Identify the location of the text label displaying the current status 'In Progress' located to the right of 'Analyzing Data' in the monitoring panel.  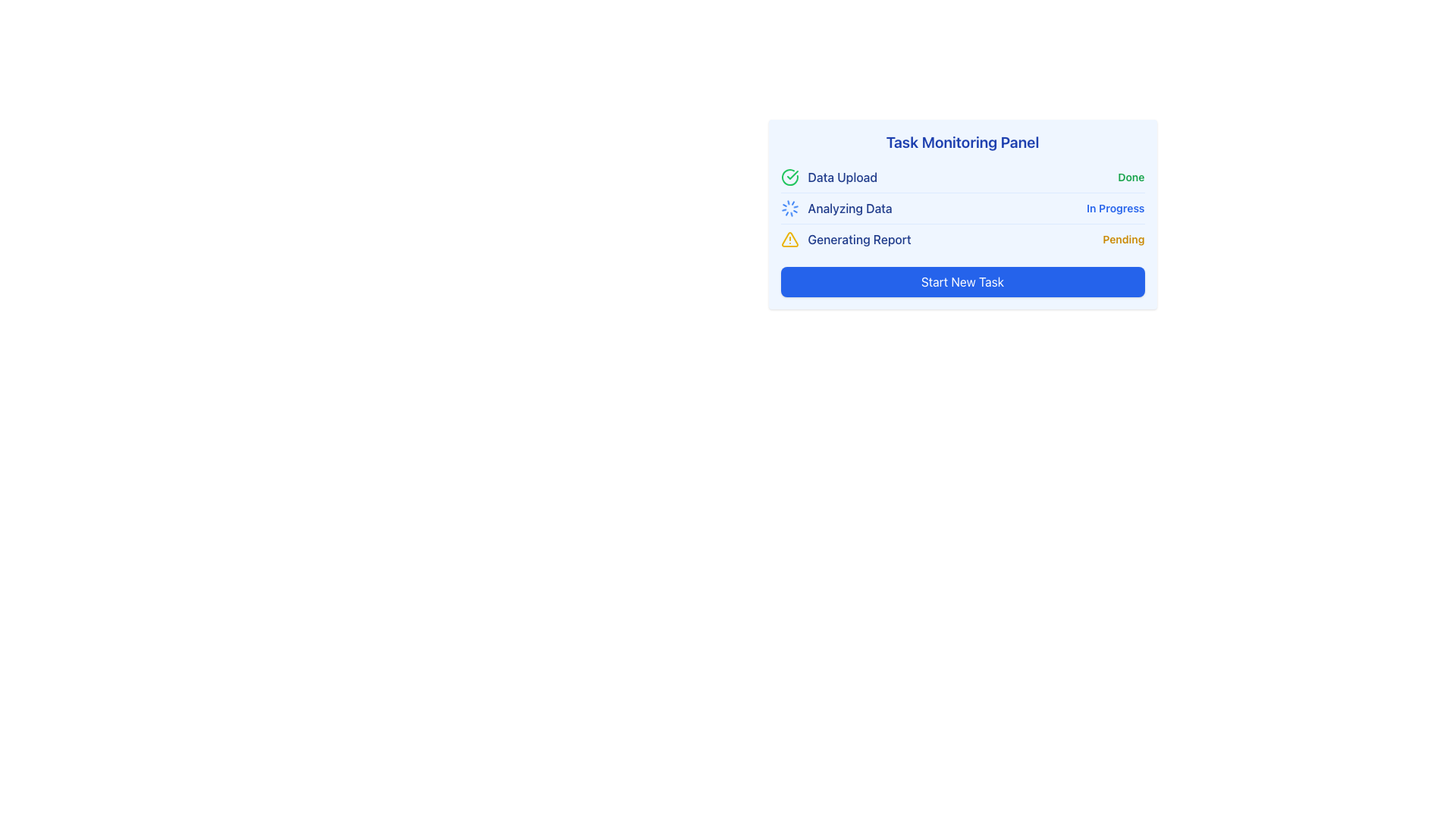
(1116, 208).